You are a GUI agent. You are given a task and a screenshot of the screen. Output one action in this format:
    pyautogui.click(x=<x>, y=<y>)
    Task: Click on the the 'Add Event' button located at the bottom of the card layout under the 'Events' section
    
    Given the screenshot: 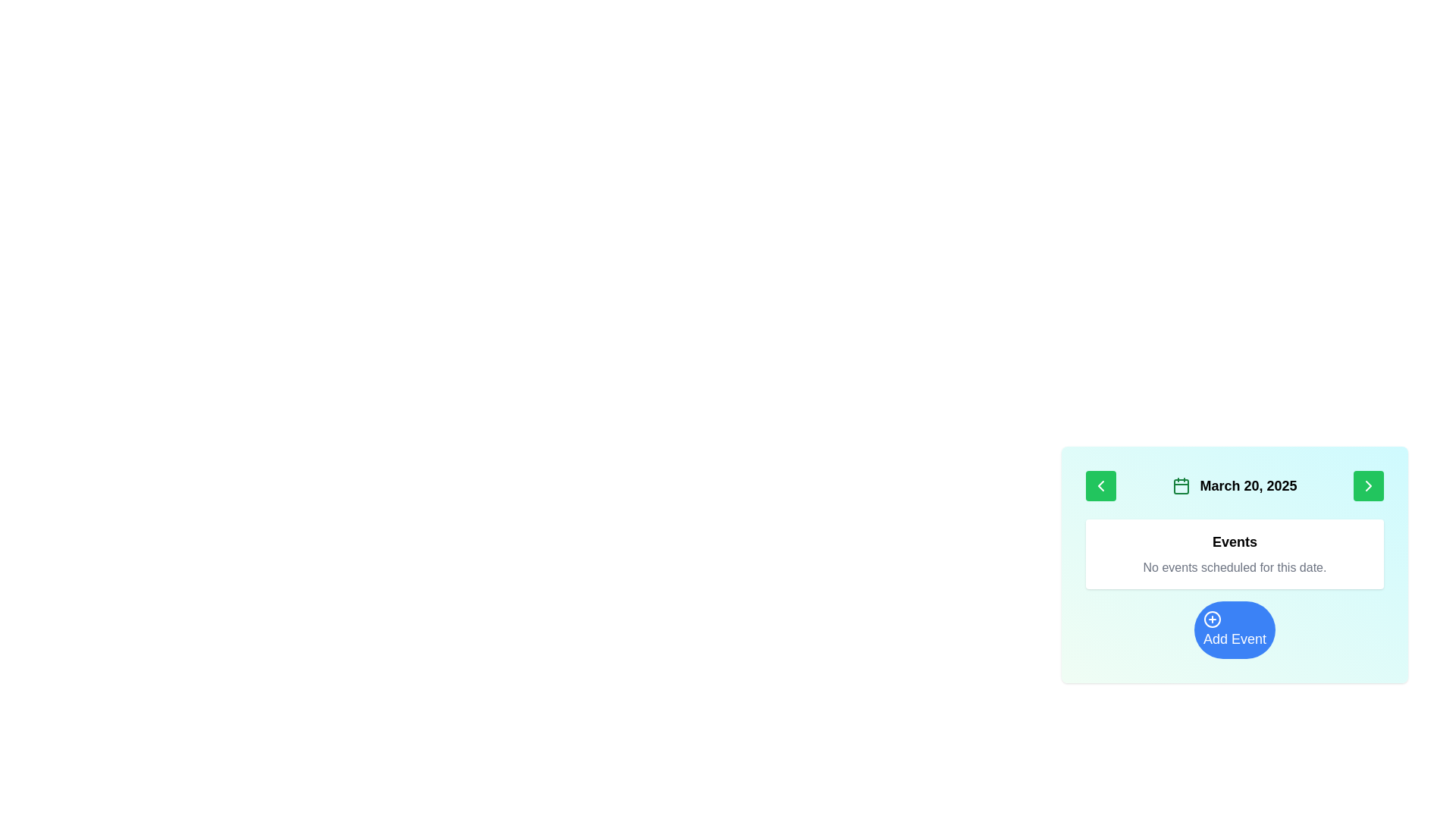 What is the action you would take?
    pyautogui.click(x=1235, y=629)
    